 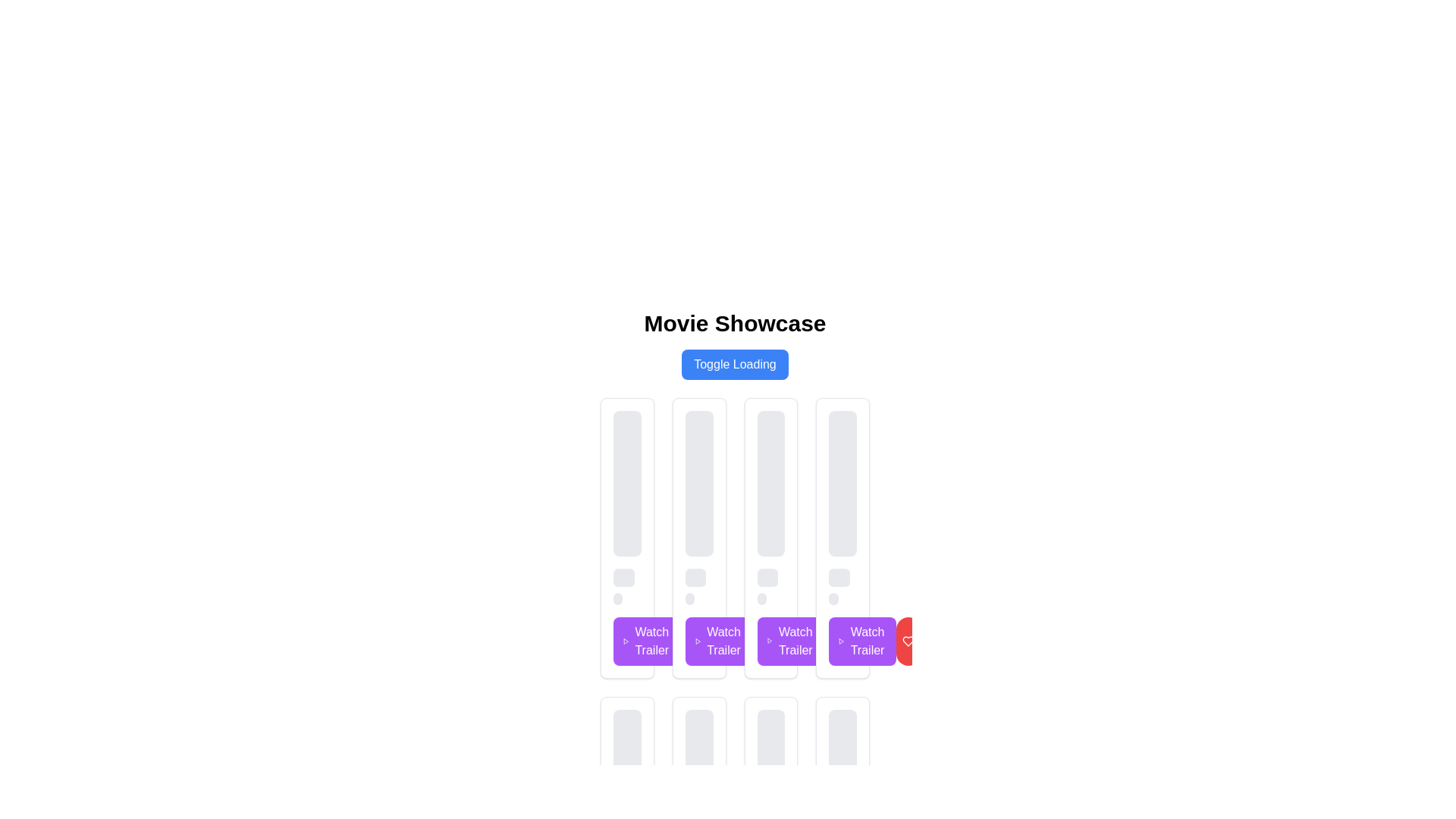 What do you see at coordinates (770, 508) in the screenshot?
I see `the gray rectangular loading indicator with rounded corners located at the top of the third card in a row of movie-related information` at bounding box center [770, 508].